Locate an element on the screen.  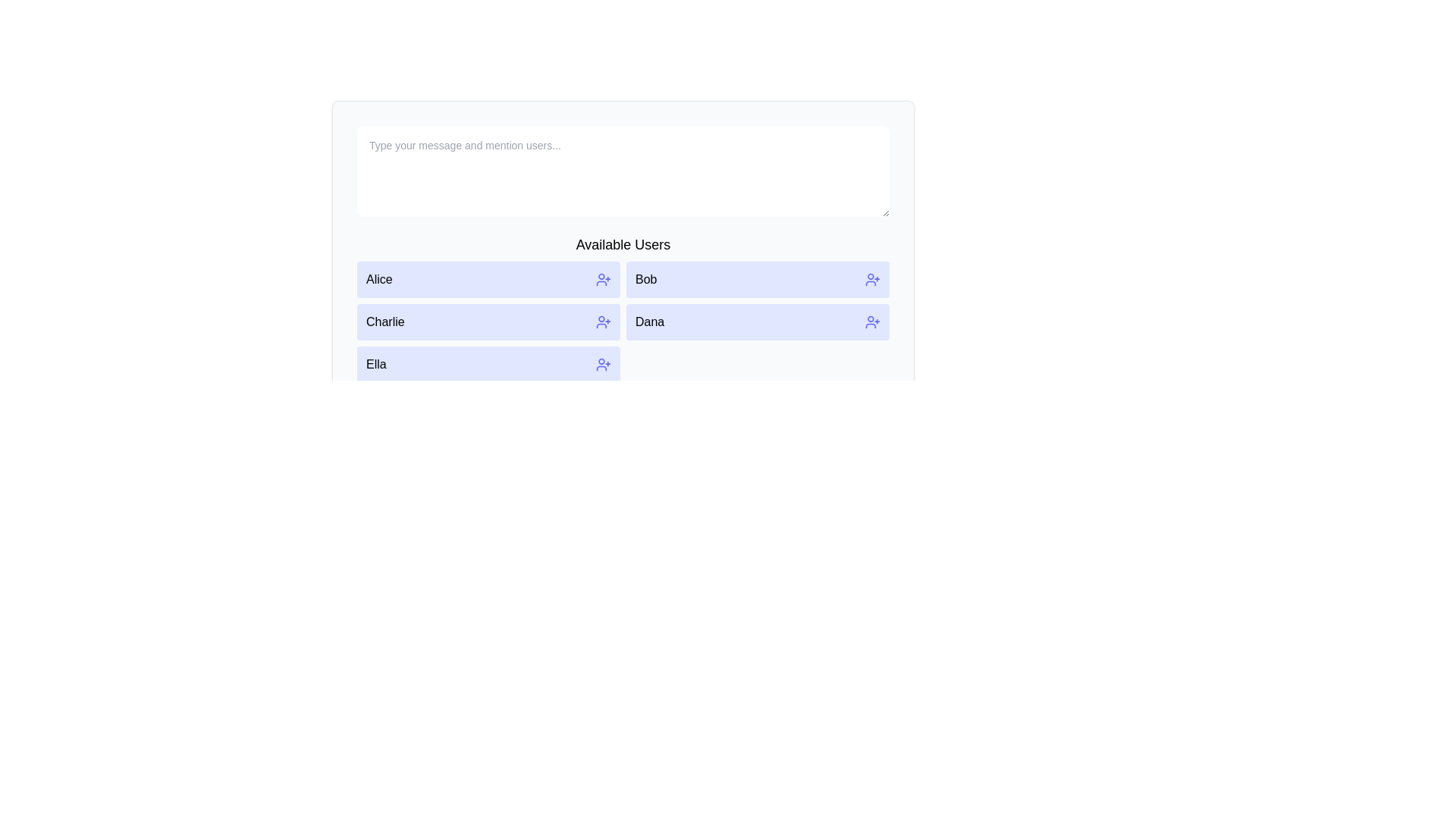
the indigo user silhouette icon with a plus sign located to the right of 'Dana' in the list of available users is located at coordinates (873, 321).